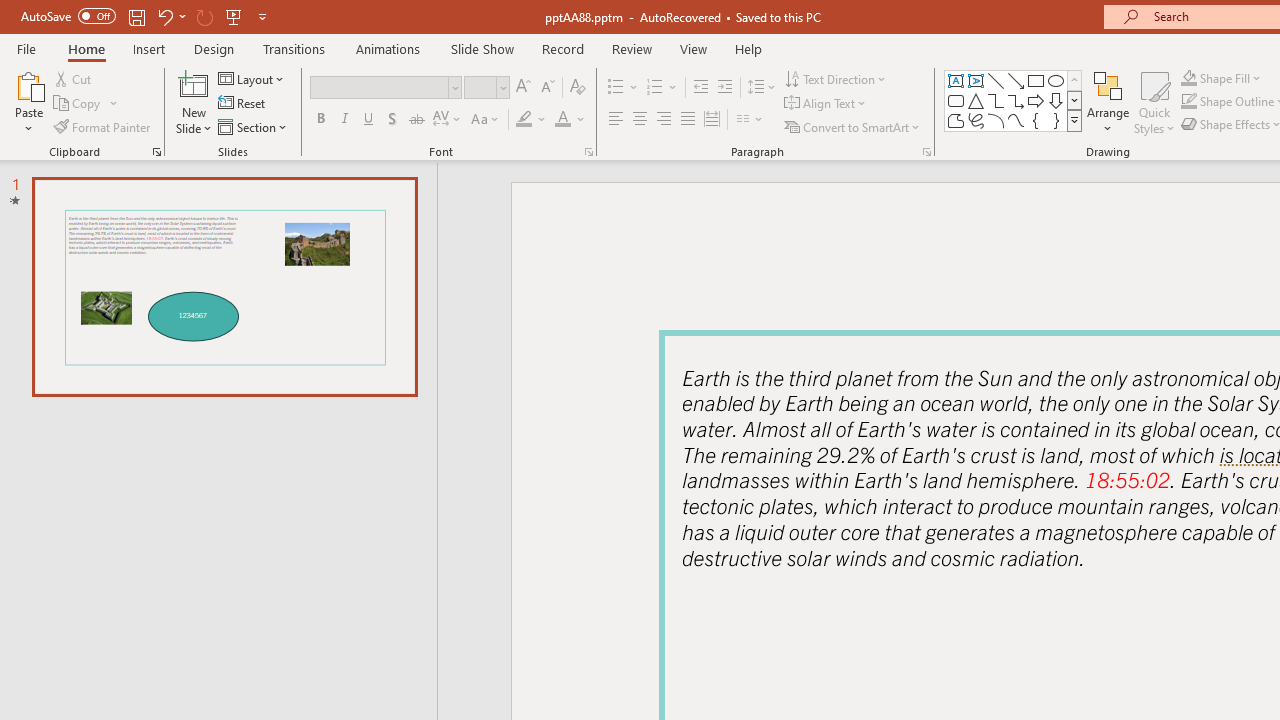 The width and height of the screenshot is (1280, 720). What do you see at coordinates (576, 86) in the screenshot?
I see `'Clear Formatting'` at bounding box center [576, 86].